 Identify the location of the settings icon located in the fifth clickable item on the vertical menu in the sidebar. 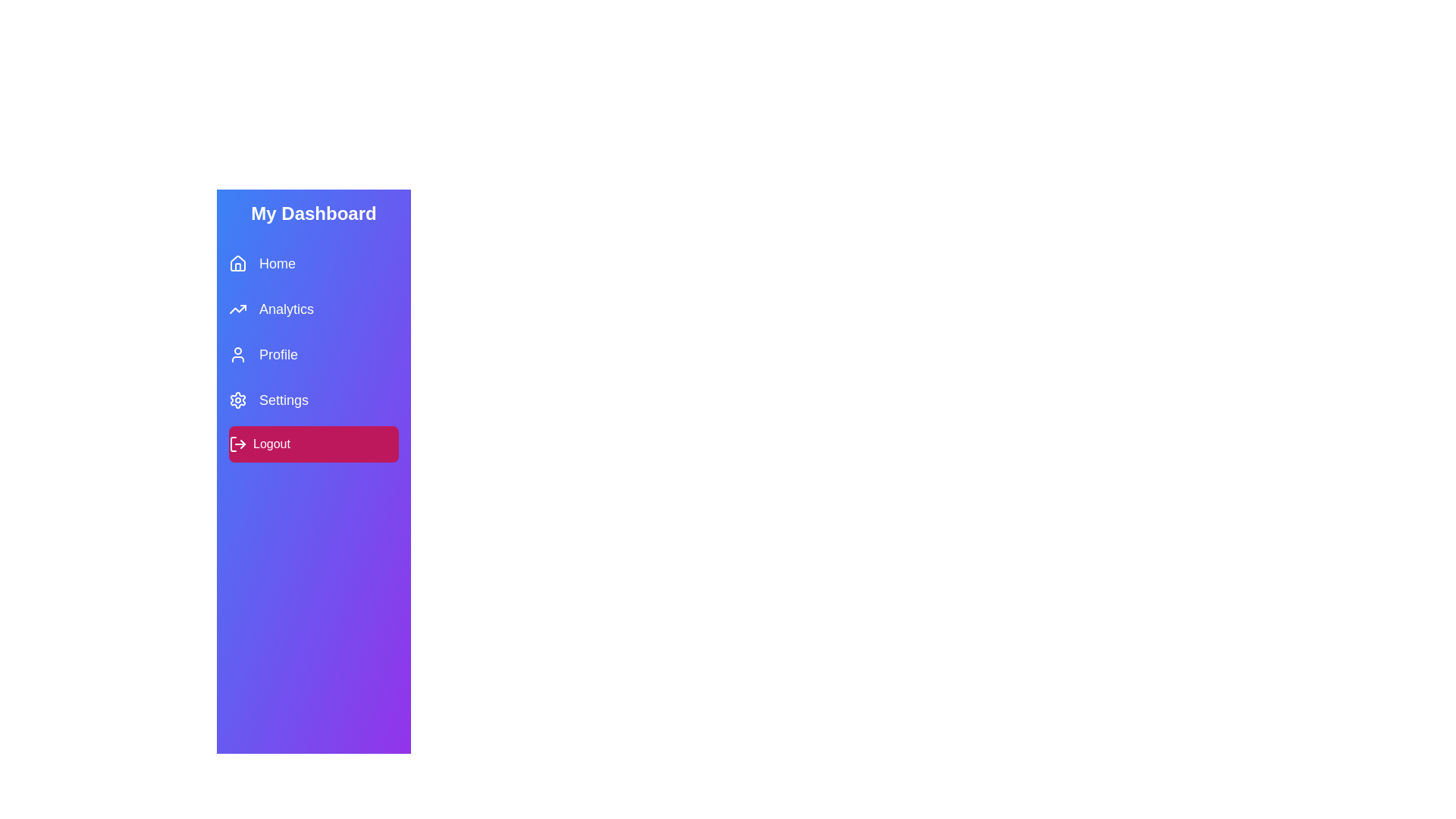
(237, 400).